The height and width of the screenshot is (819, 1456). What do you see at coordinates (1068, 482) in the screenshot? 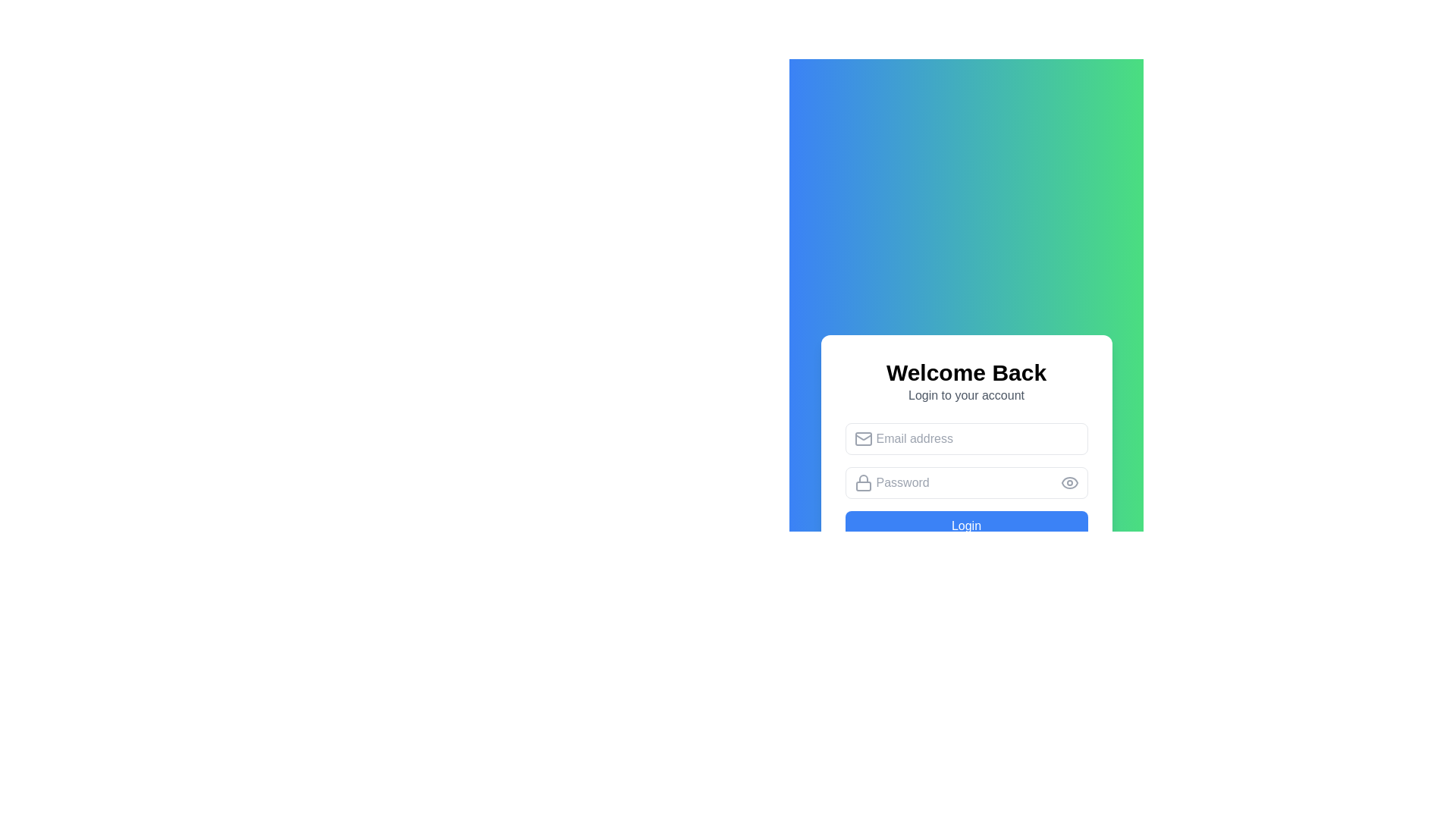
I see `the eye-like graphic icon located on the right side of the password input box` at bounding box center [1068, 482].